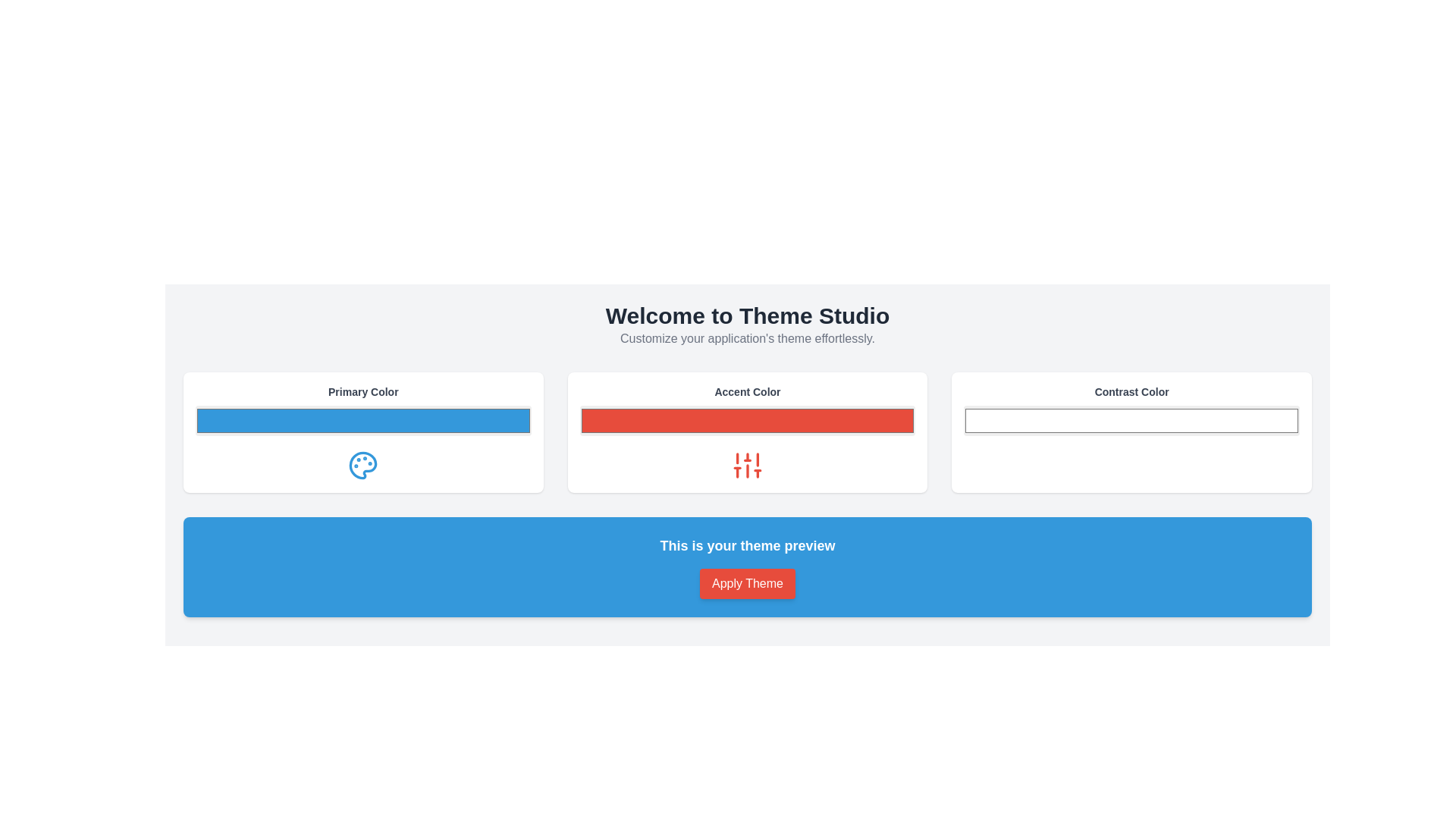 Image resolution: width=1456 pixels, height=819 pixels. I want to click on the interactive color picker located in the second panel from the left, below 'Welcome to Theme Studio', so click(747, 432).